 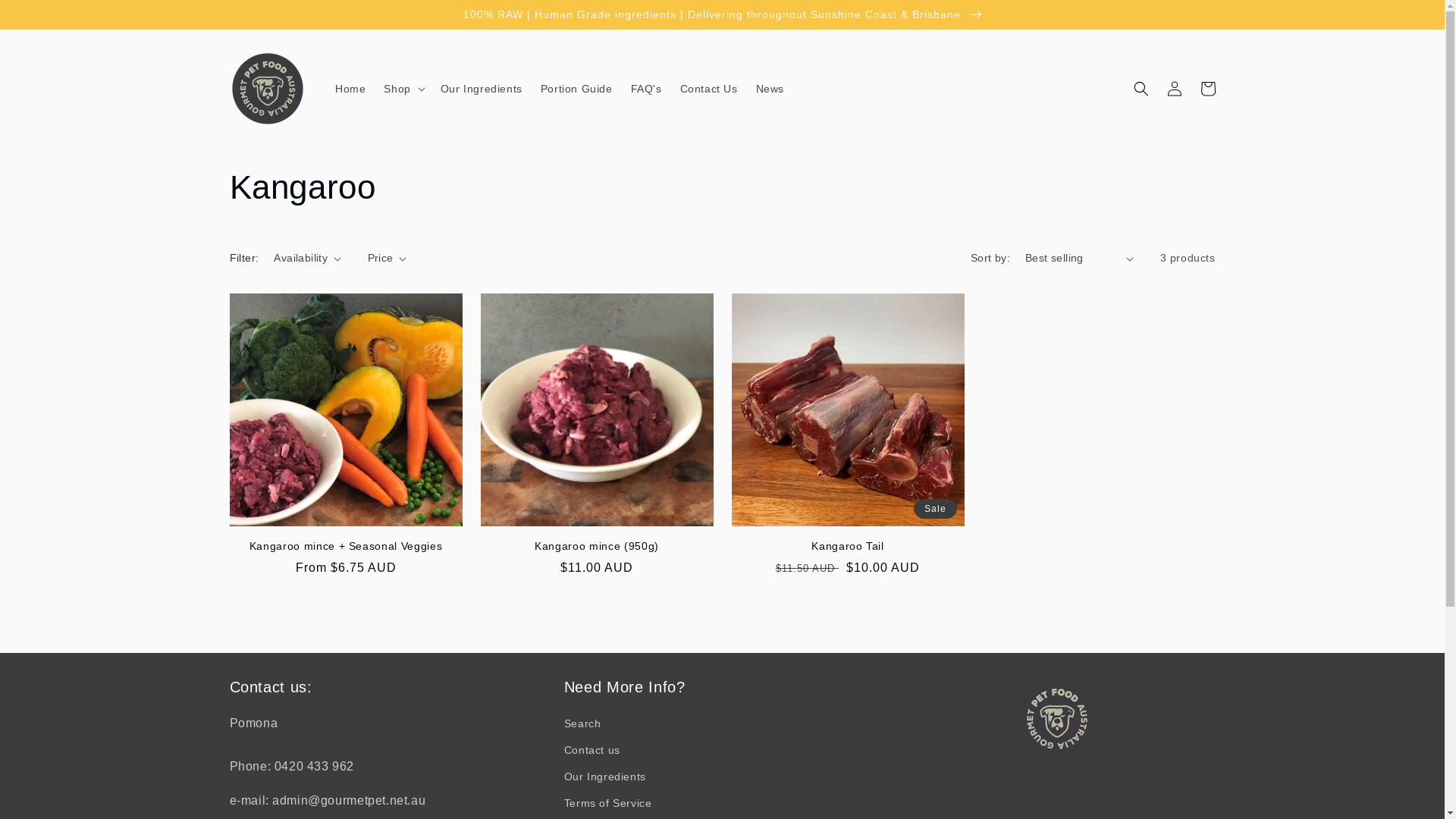 I want to click on 'Cart', so click(x=1207, y=88).